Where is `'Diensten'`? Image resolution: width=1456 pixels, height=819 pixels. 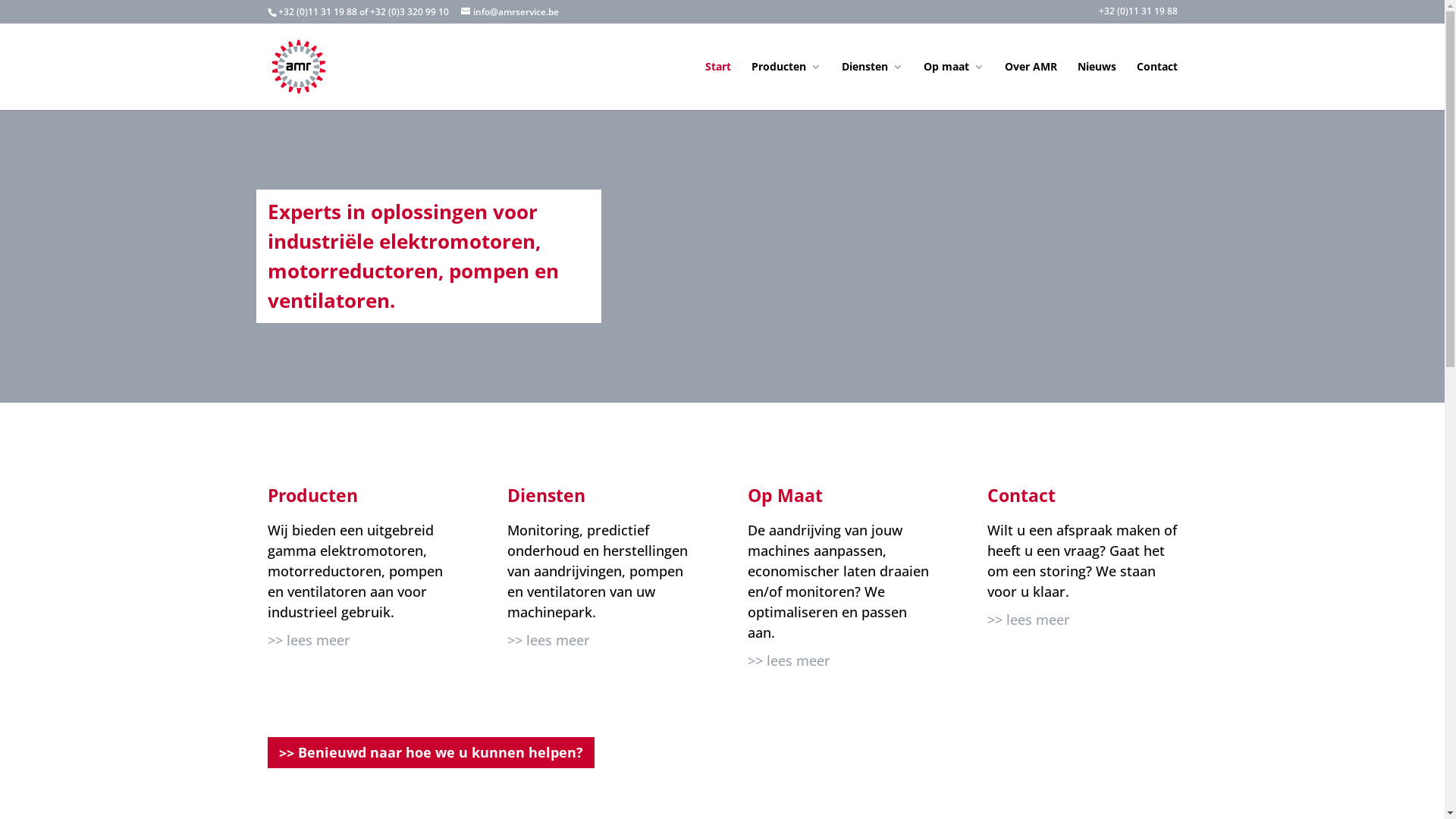
'Diensten' is located at coordinates (872, 85).